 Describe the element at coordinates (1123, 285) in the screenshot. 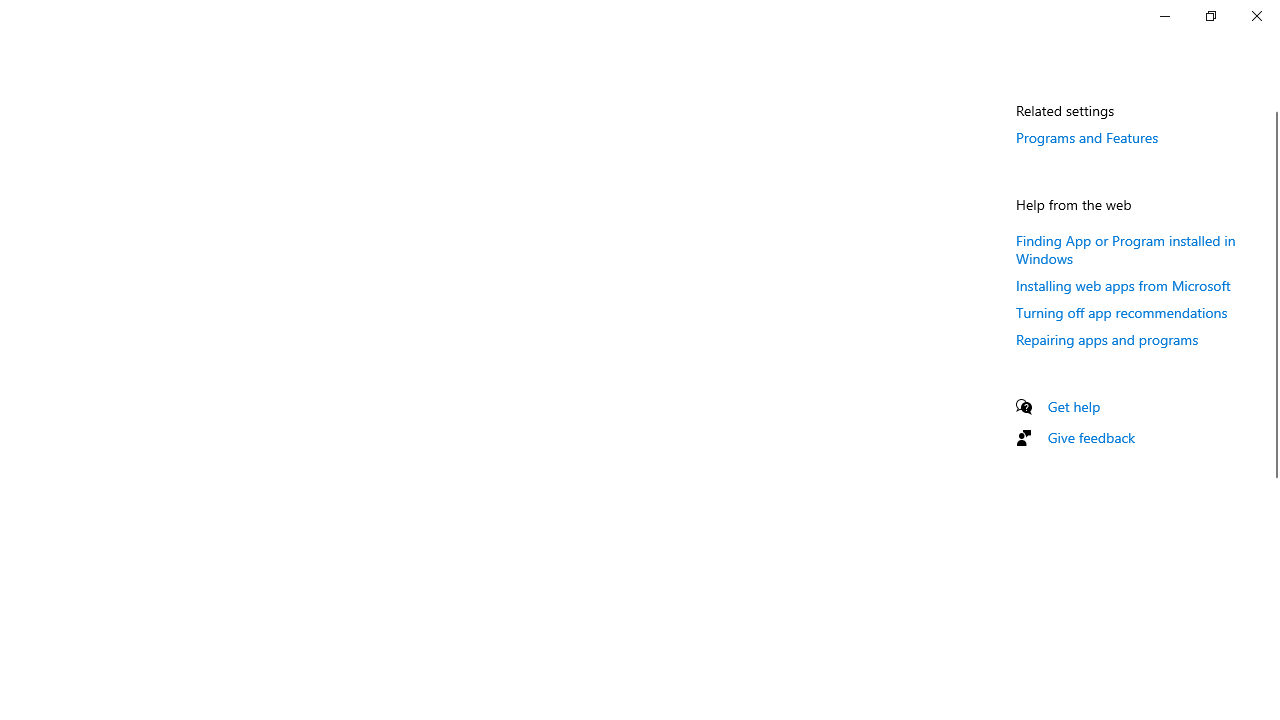

I see `'Installing web apps from Microsoft'` at that location.